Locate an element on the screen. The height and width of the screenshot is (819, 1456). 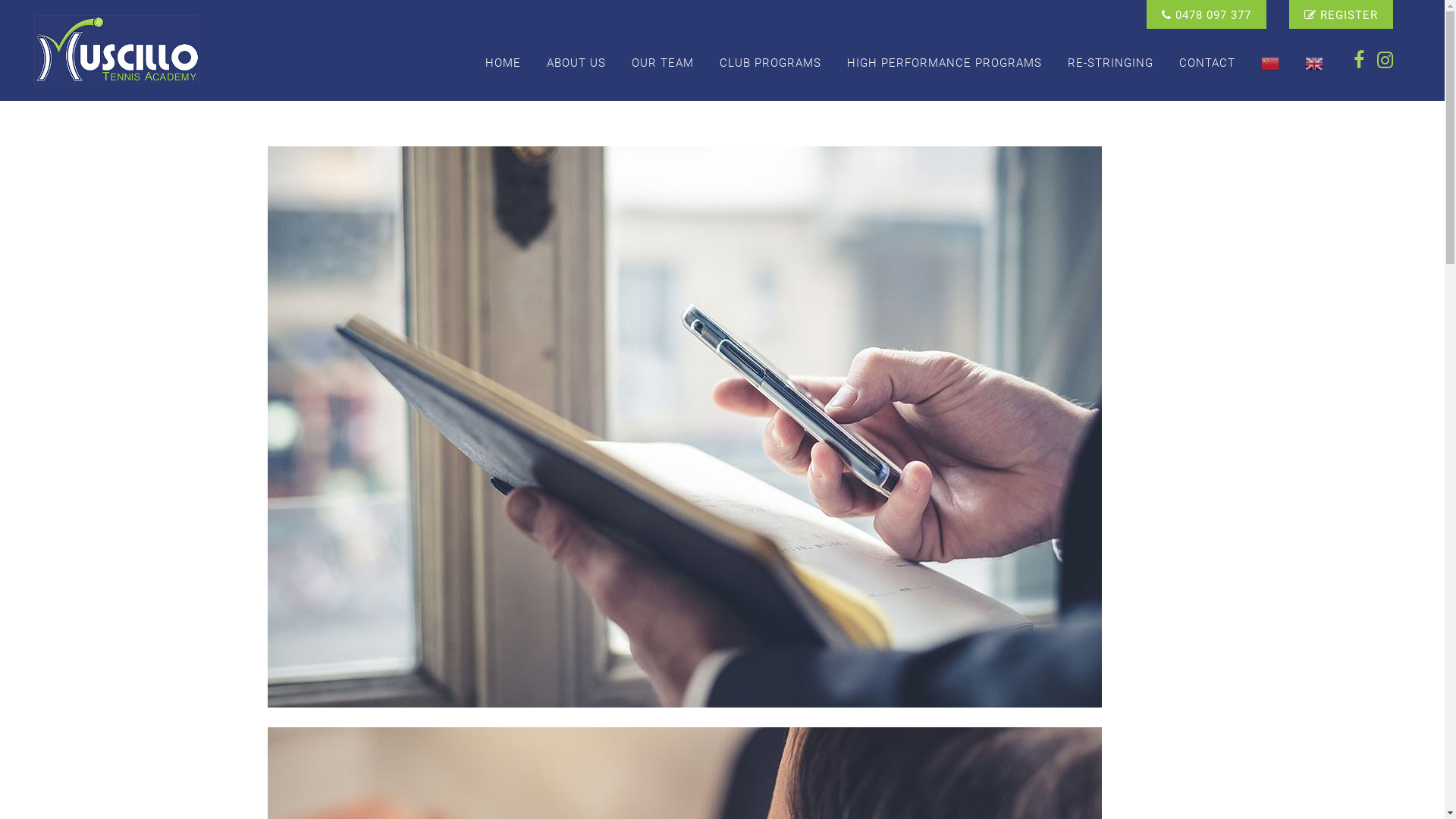
'HIGH PERFORMANCE PROGRAMS' is located at coordinates (943, 62).